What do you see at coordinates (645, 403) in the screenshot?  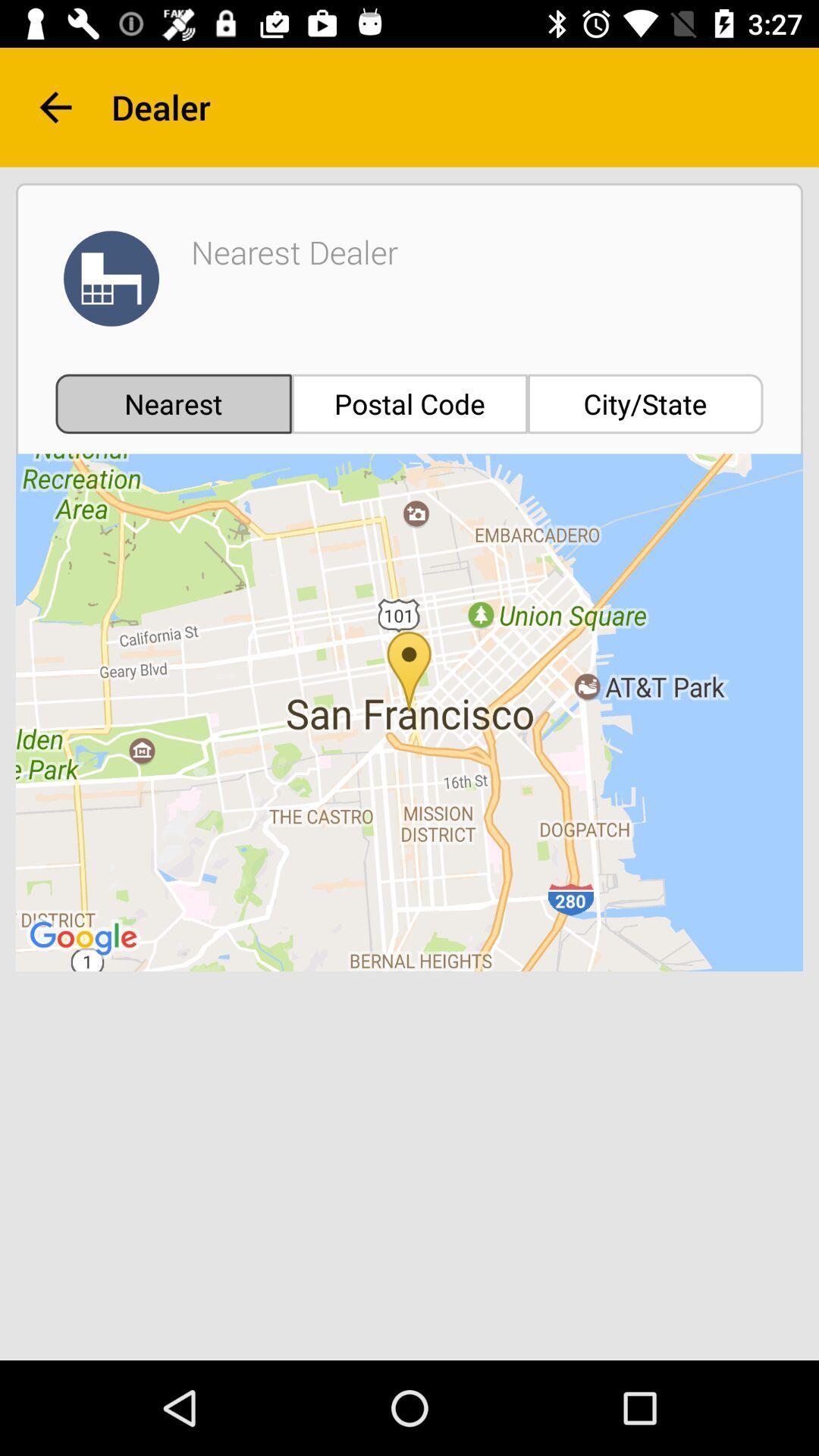 I see `item below the dealer item` at bounding box center [645, 403].